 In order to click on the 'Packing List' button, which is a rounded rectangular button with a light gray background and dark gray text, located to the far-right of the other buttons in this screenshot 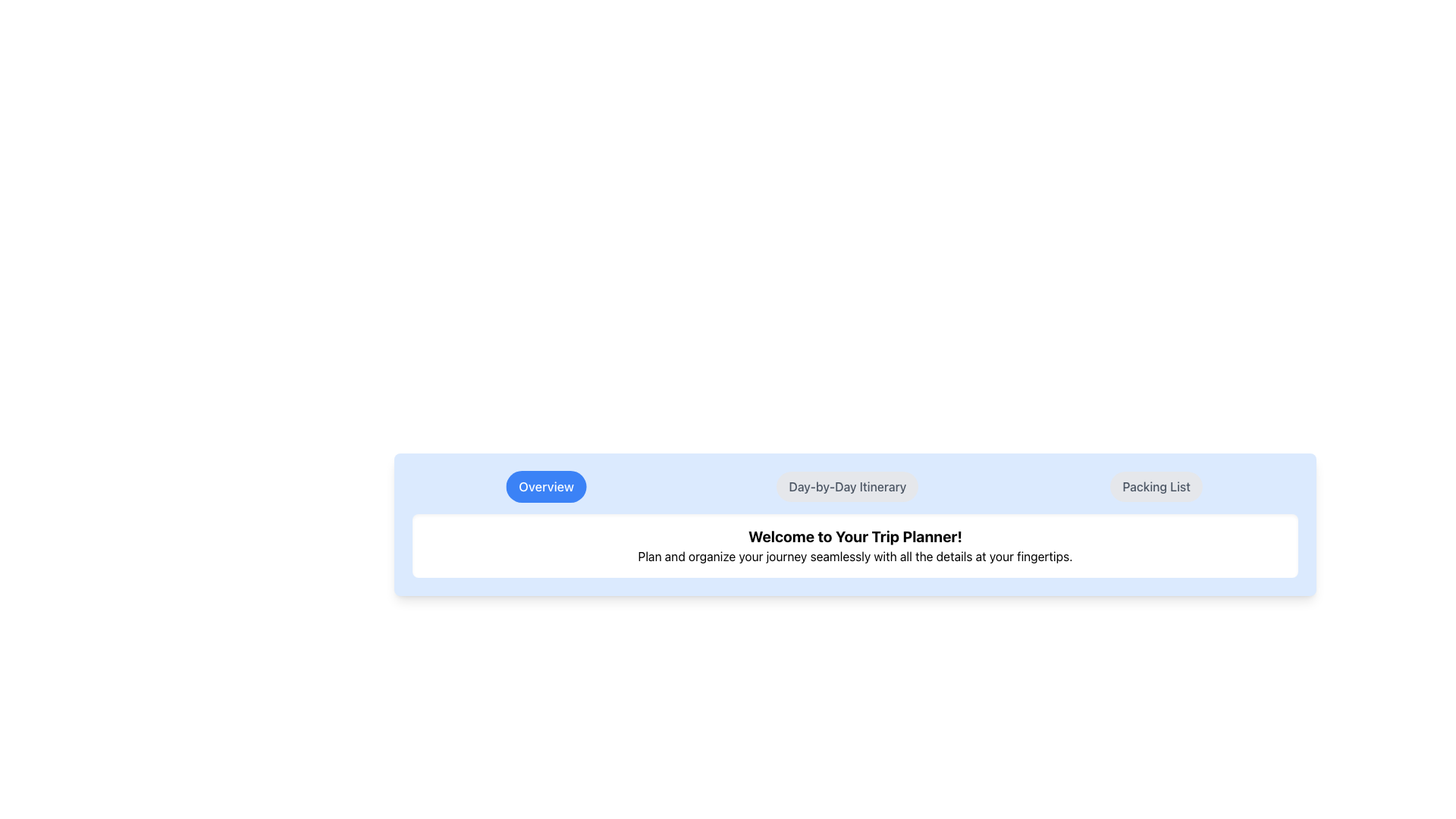, I will do `click(1155, 486)`.